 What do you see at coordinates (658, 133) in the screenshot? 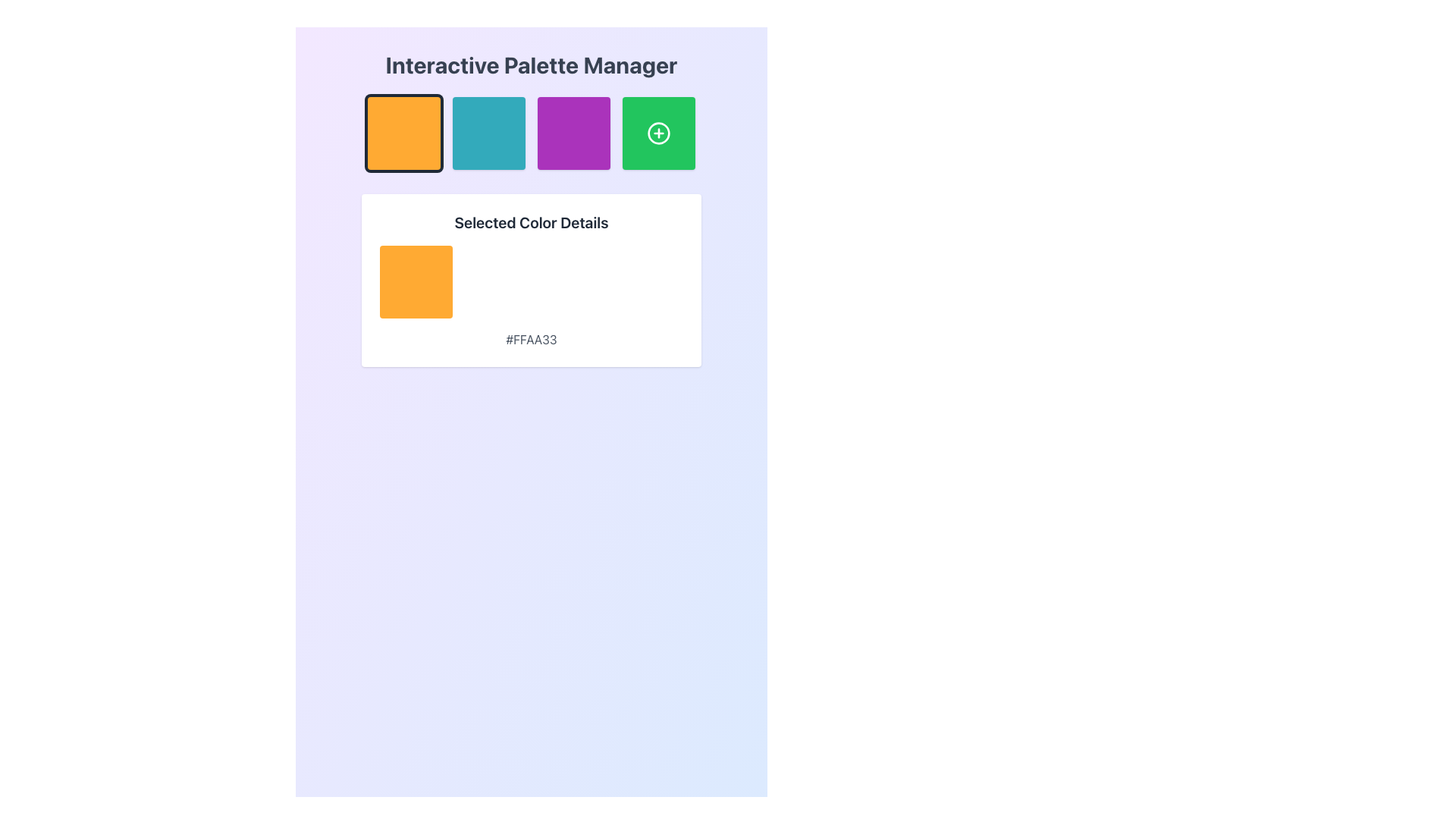
I see `the bright green square button with a white plus sign` at bounding box center [658, 133].